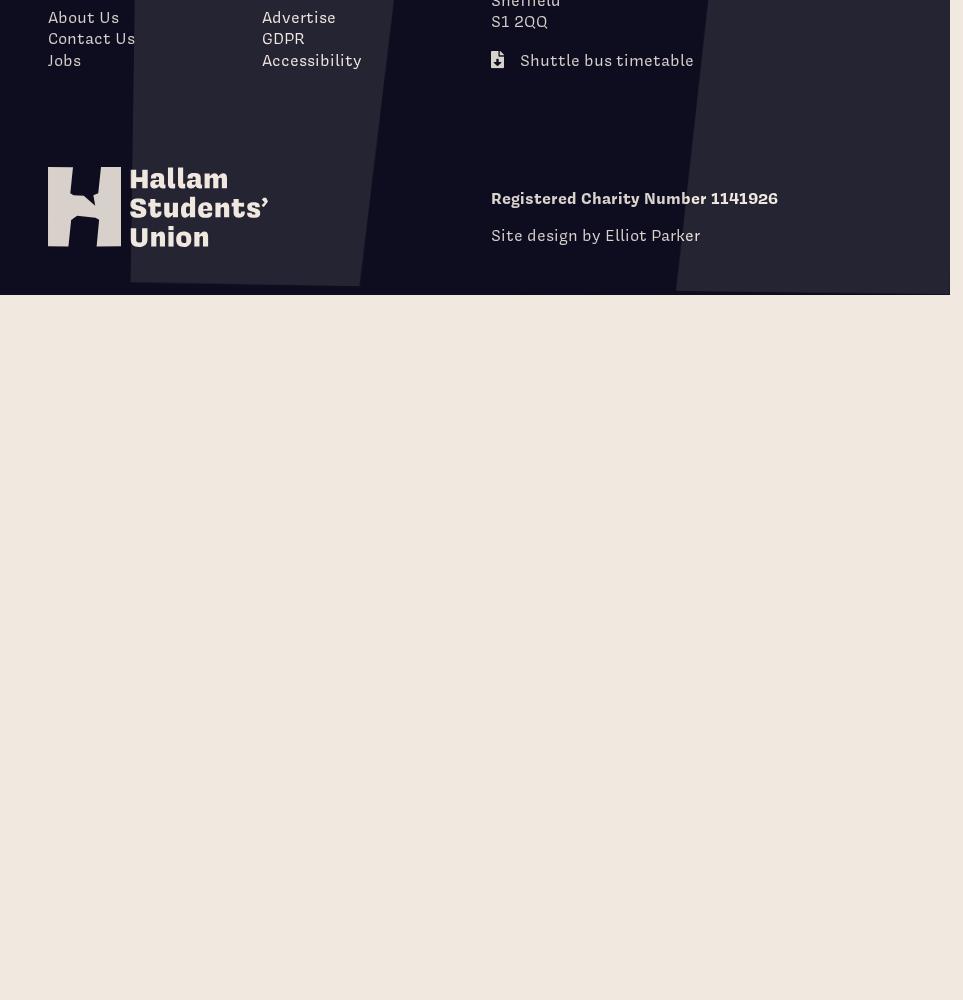 The width and height of the screenshot is (963, 1000). I want to click on 'Registered Charity Number 1141926', so click(633, 197).